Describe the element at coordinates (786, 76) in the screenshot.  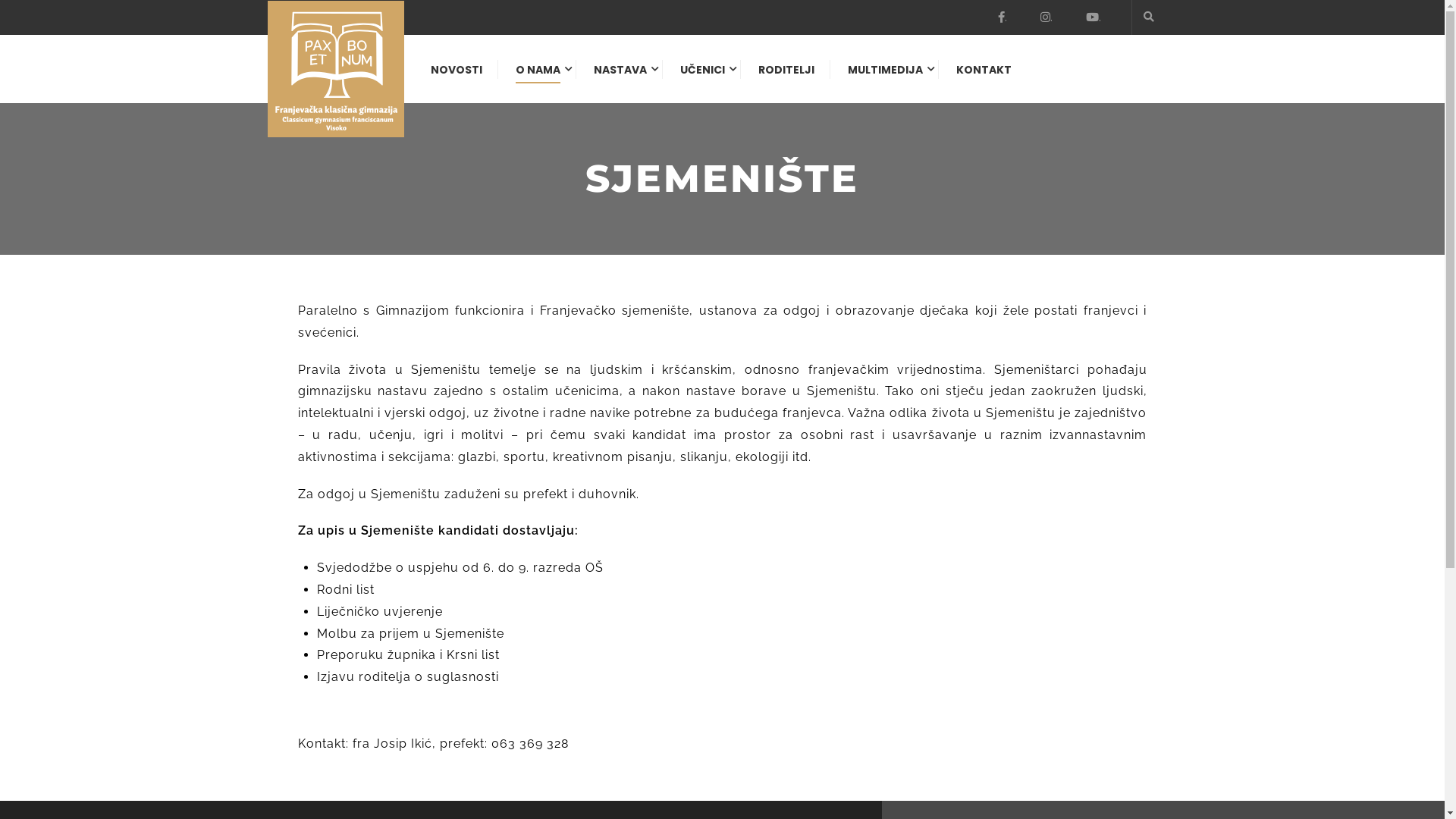
I see `'RODITELJI'` at that location.